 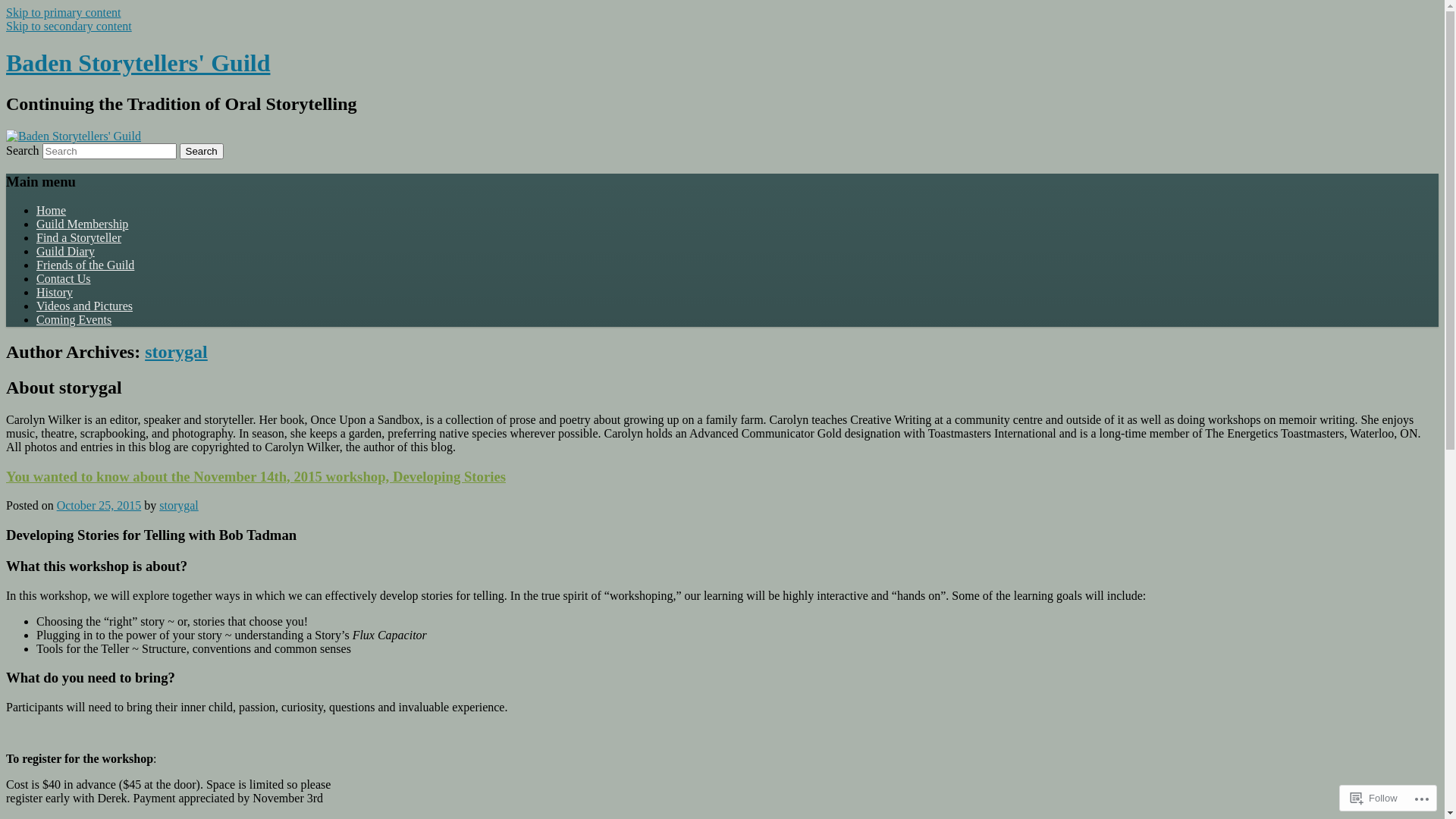 I want to click on 'Skip to primary content', so click(x=6, y=12).